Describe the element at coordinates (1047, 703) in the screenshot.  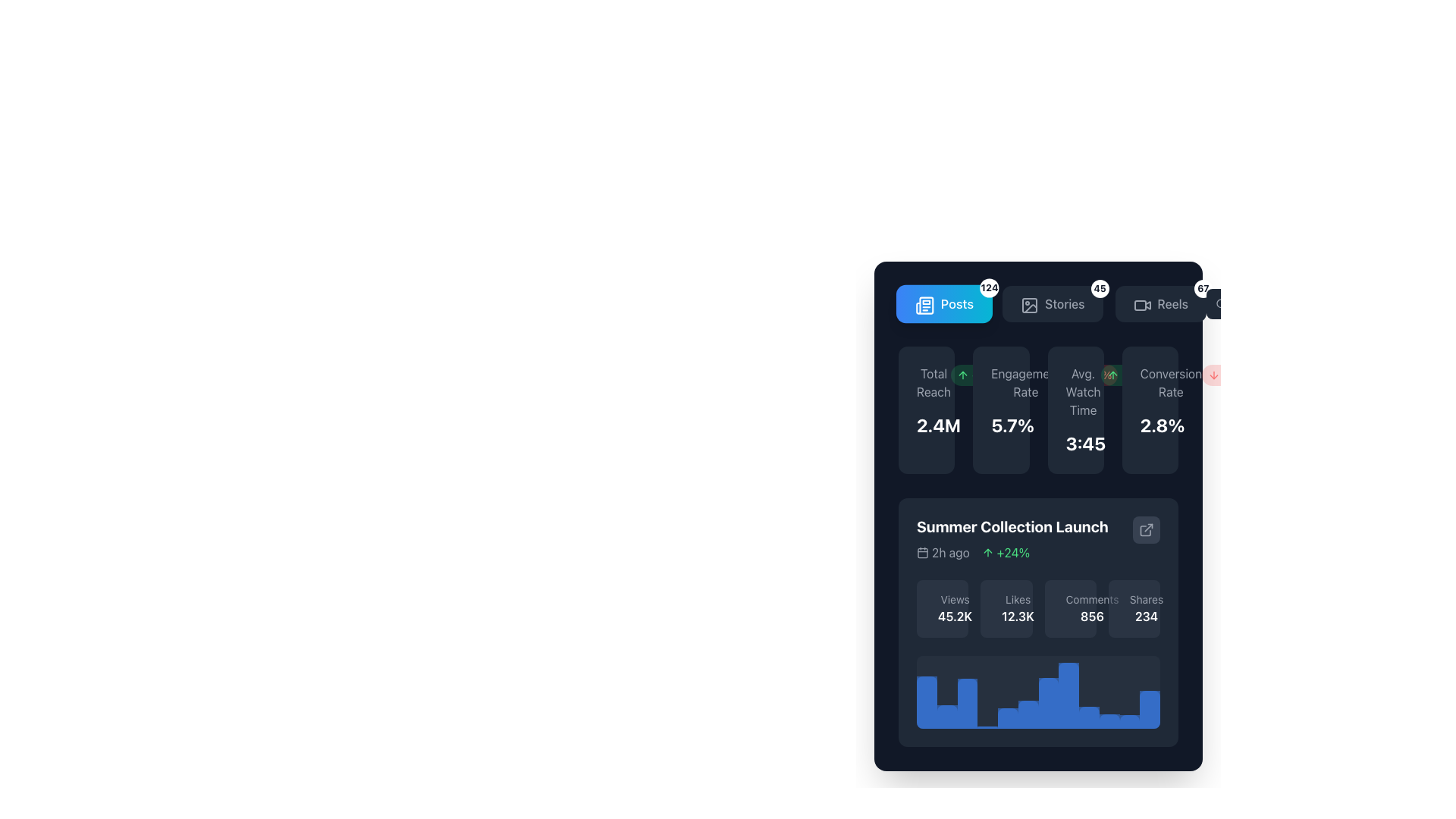
I see `the seventh blue vertical bar in the histogram of the 'Summer Collection Launch' widget to interact with it and possibly view more details` at that location.